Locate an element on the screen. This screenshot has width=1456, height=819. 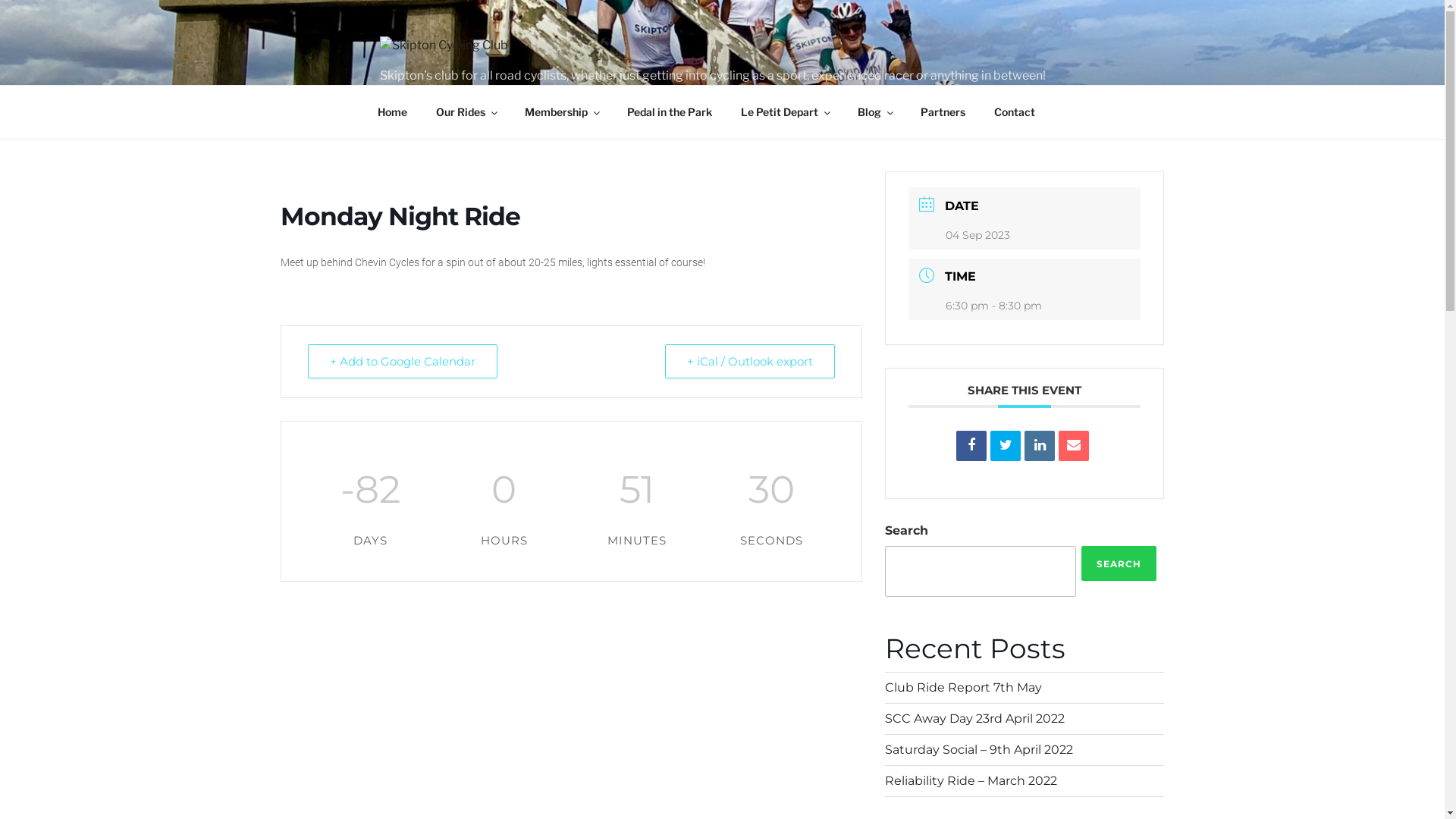
'Share on Facebook' is located at coordinates (971, 444).